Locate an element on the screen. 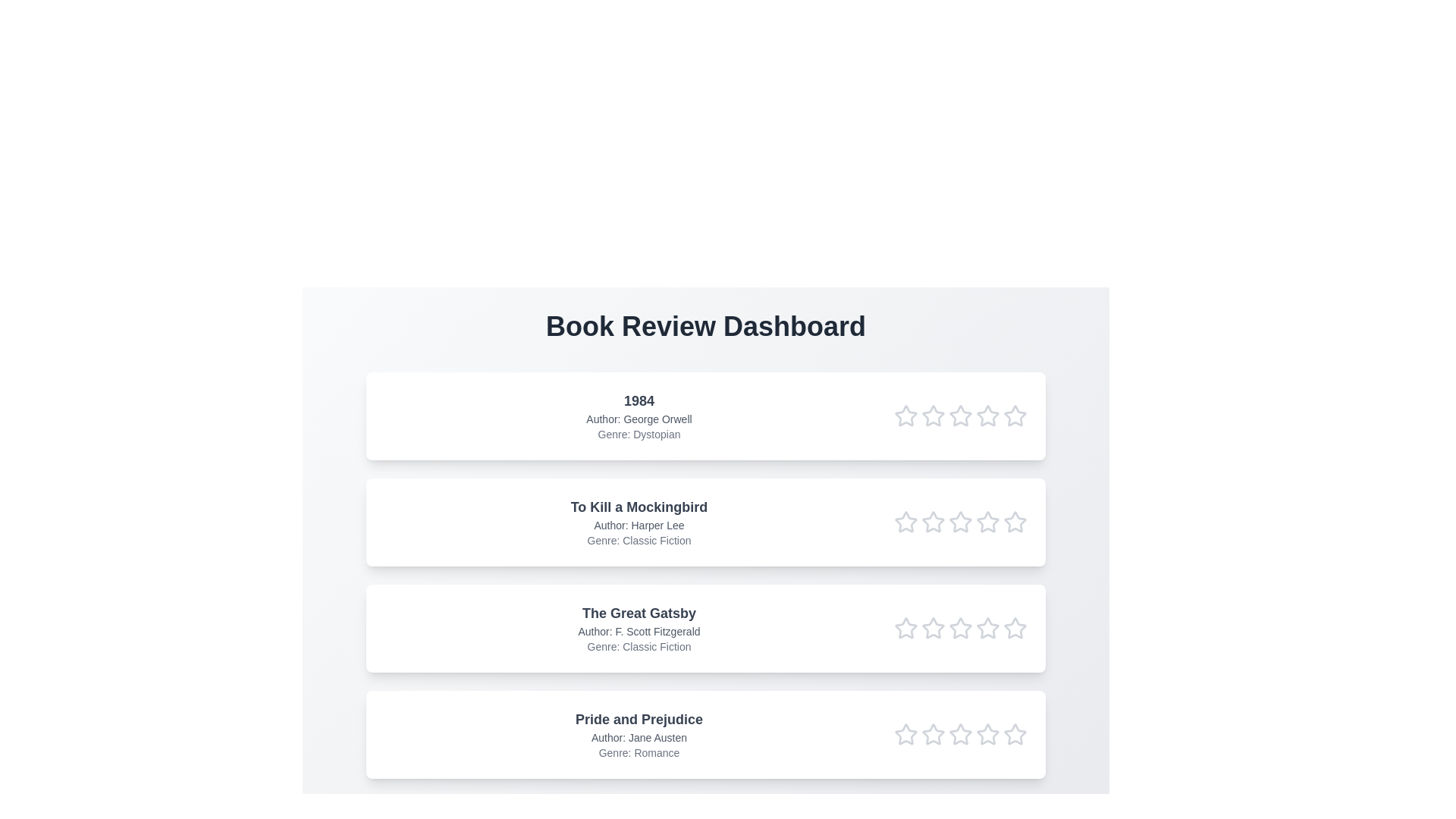 The image size is (1456, 819). the rating of the book 'To Kill a Mockingbird' to 3 stars by clicking on the respective star is located at coordinates (960, 522).